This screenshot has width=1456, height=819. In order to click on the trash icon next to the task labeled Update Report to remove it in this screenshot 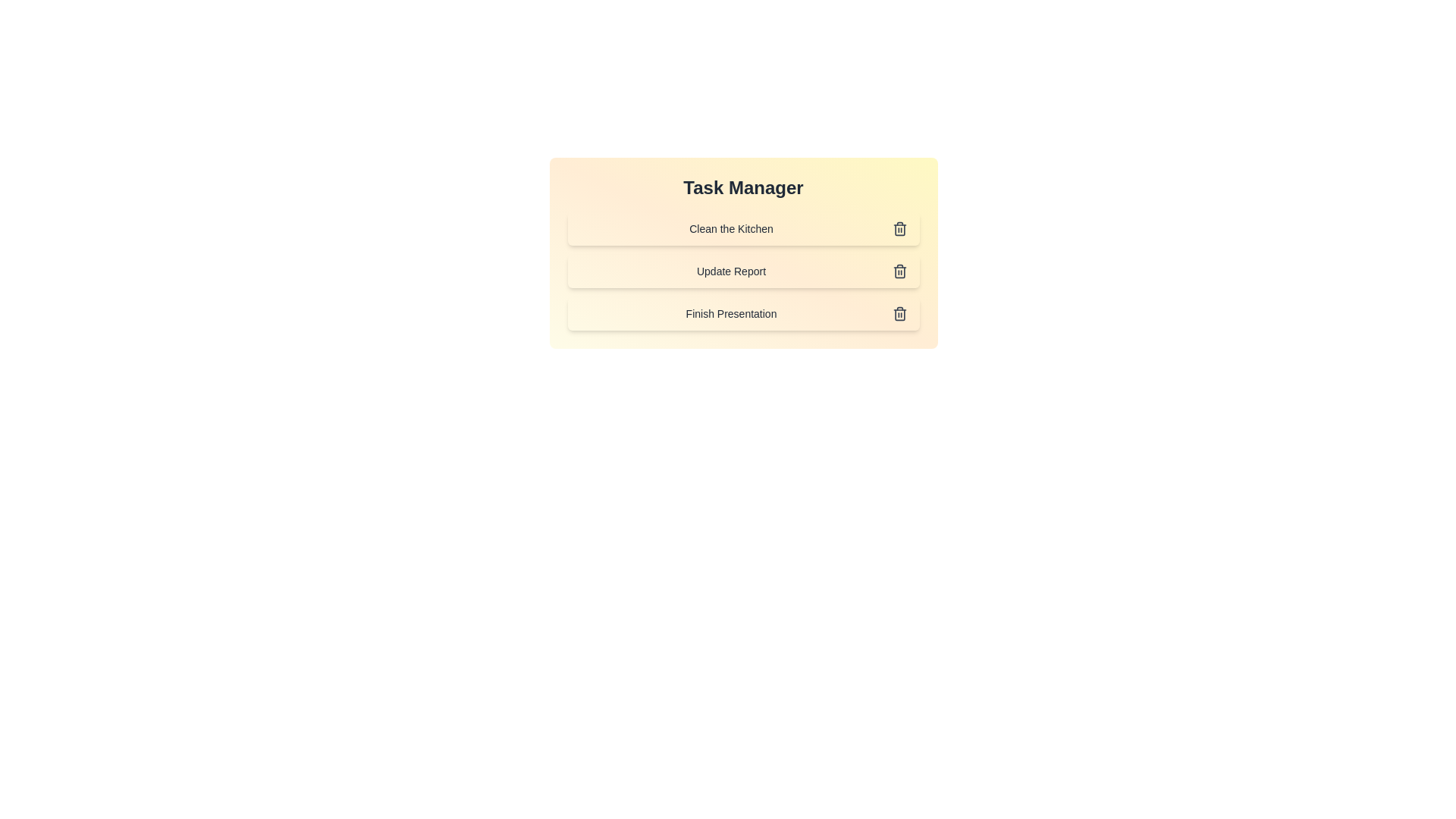, I will do `click(899, 271)`.